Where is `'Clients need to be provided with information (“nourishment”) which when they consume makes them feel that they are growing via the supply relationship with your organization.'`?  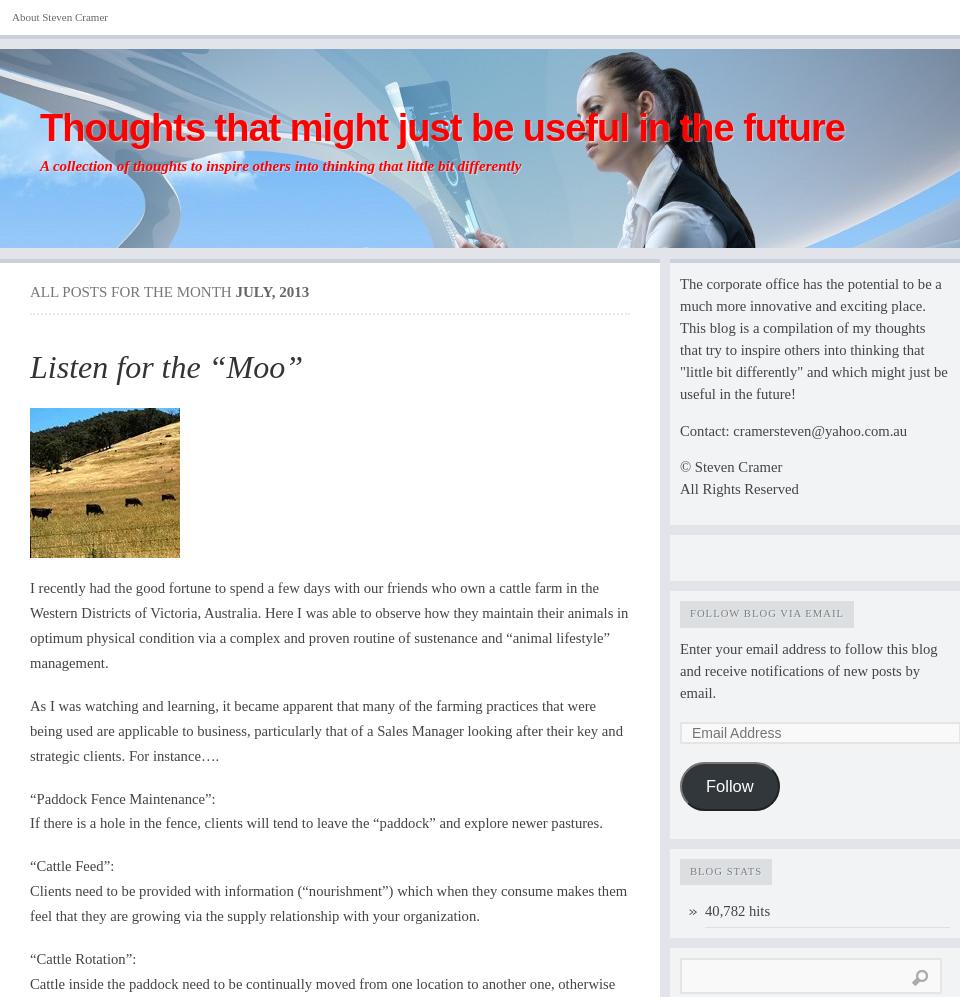
'Clients need to be provided with information (“nourishment”) which when they consume makes them feel that they are growing via the supply relationship with your organization.' is located at coordinates (328, 902).